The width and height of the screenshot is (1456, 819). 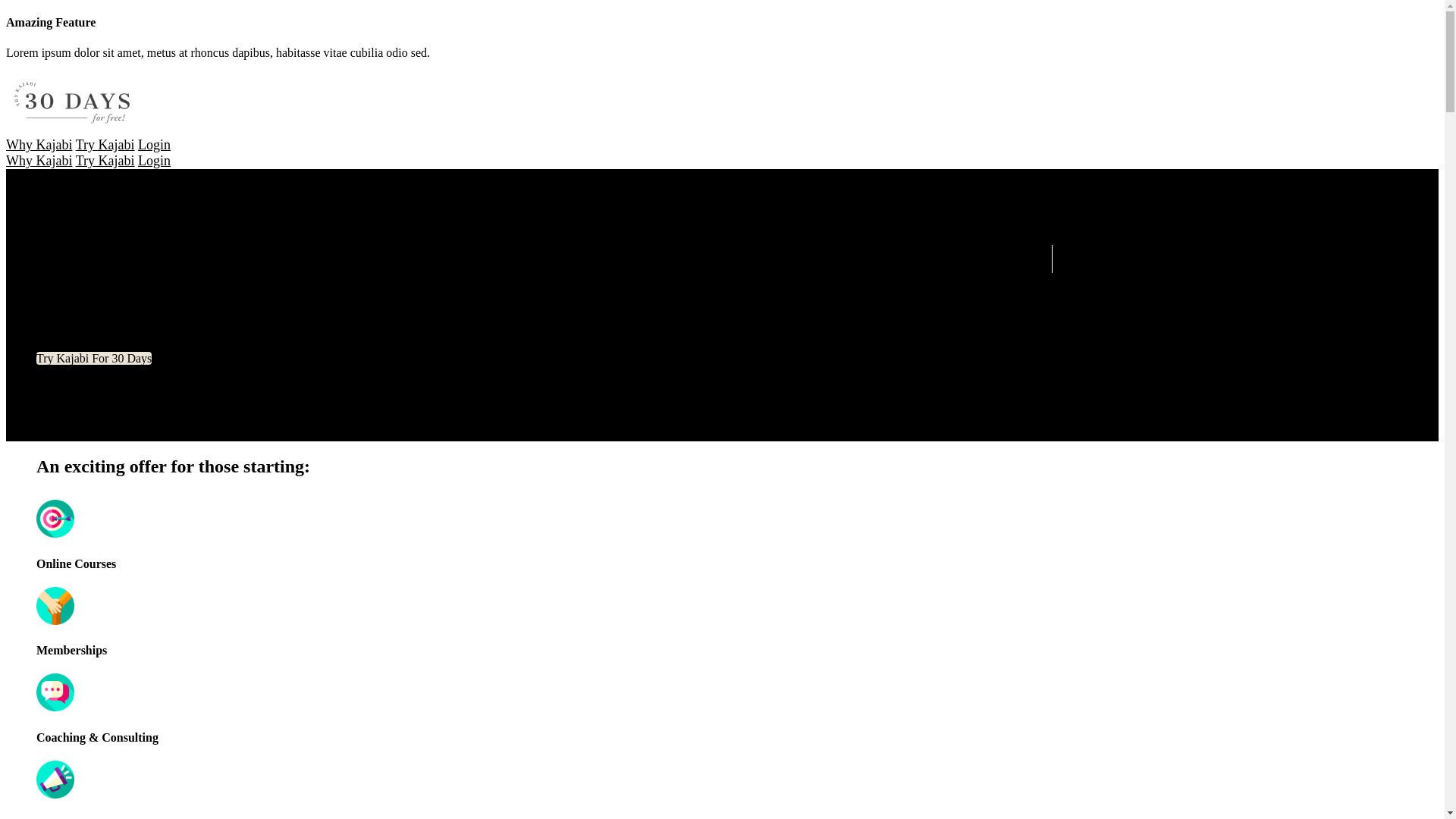 I want to click on 'Login', so click(x=154, y=145).